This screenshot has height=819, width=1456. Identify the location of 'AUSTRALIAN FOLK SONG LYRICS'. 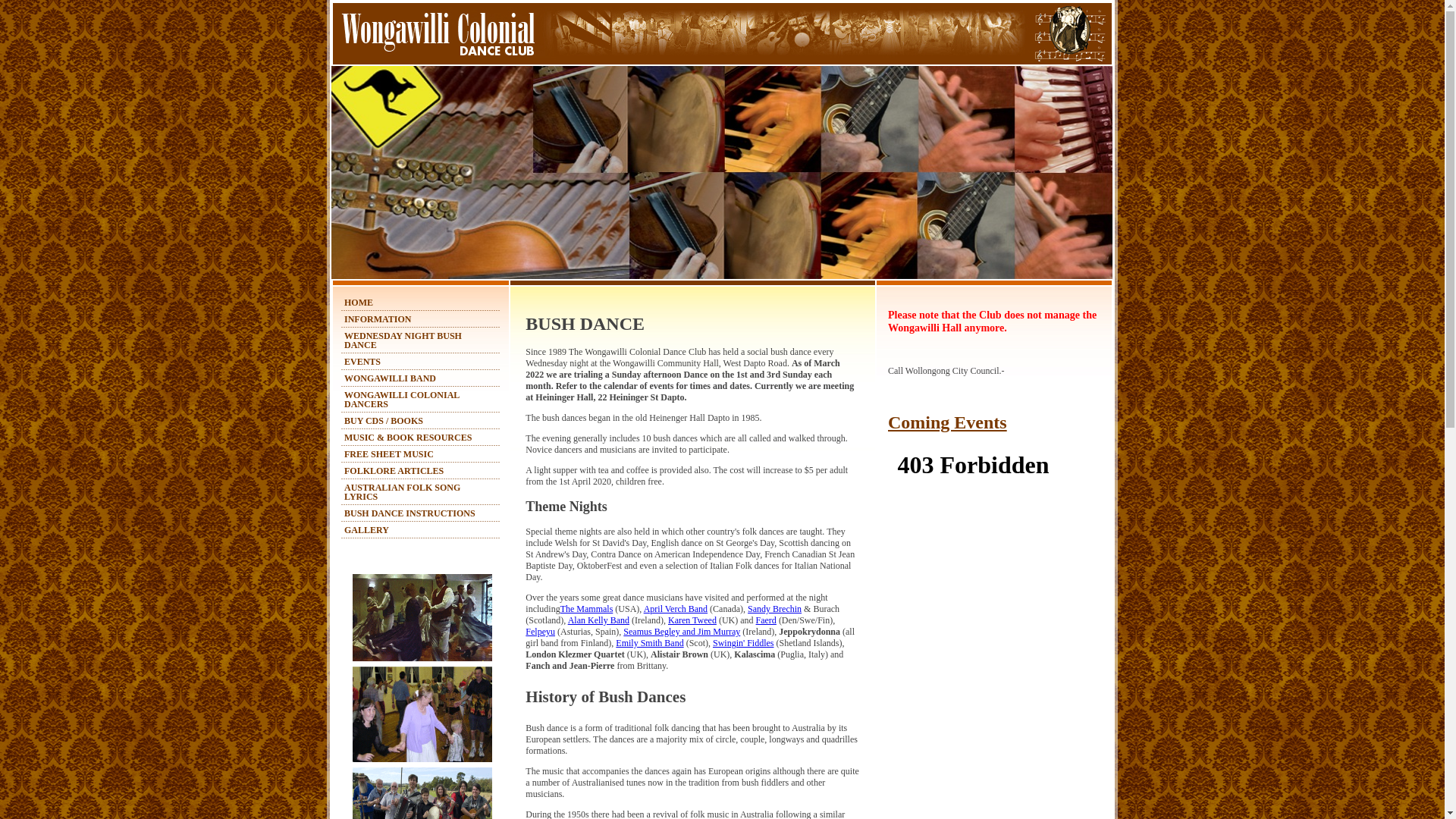
(344, 491).